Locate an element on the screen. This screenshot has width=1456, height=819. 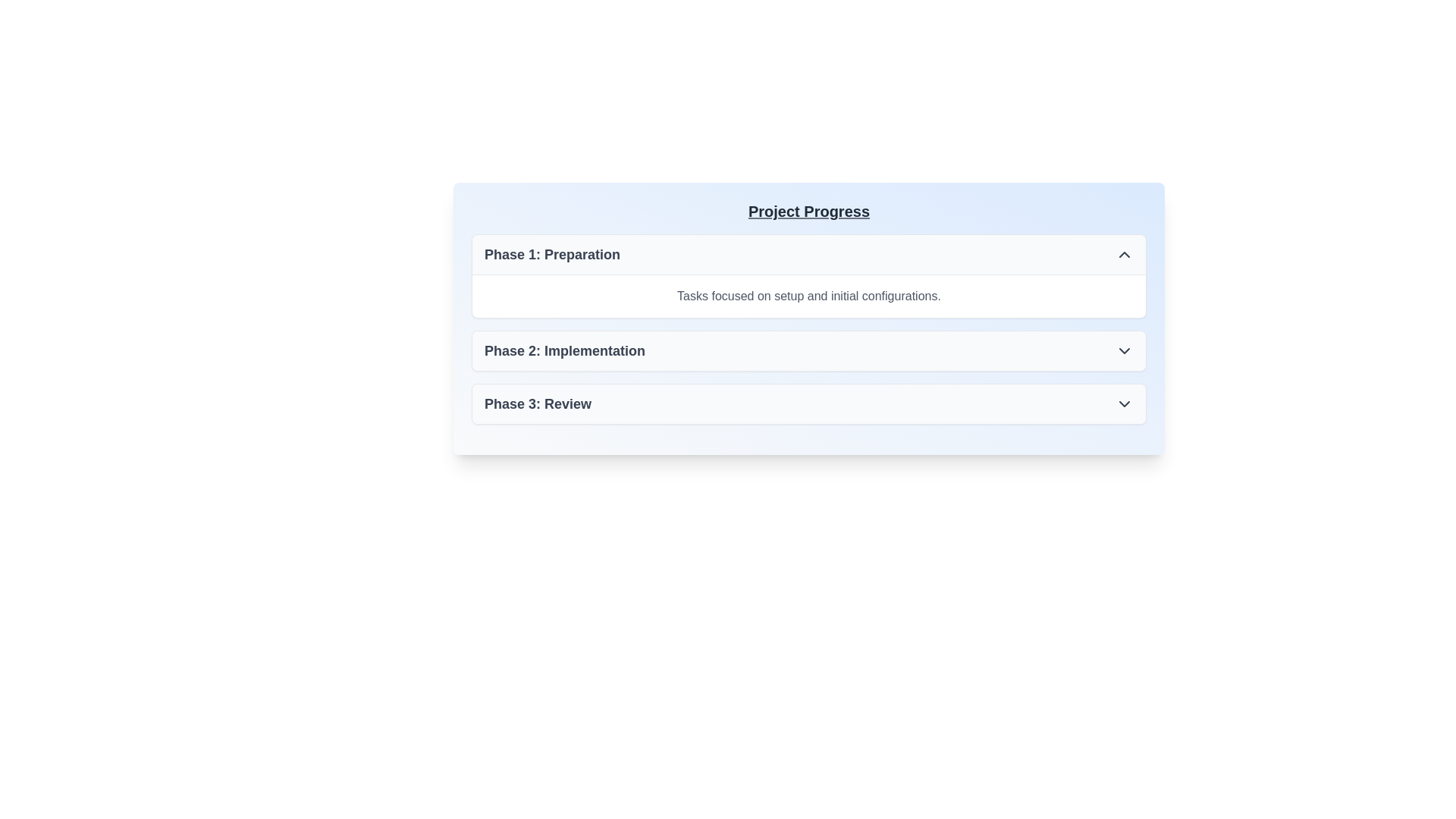
the upward-pointing dark gray Chevron icon adjacent to the text 'Phase 1: Preparation' is located at coordinates (1125, 253).